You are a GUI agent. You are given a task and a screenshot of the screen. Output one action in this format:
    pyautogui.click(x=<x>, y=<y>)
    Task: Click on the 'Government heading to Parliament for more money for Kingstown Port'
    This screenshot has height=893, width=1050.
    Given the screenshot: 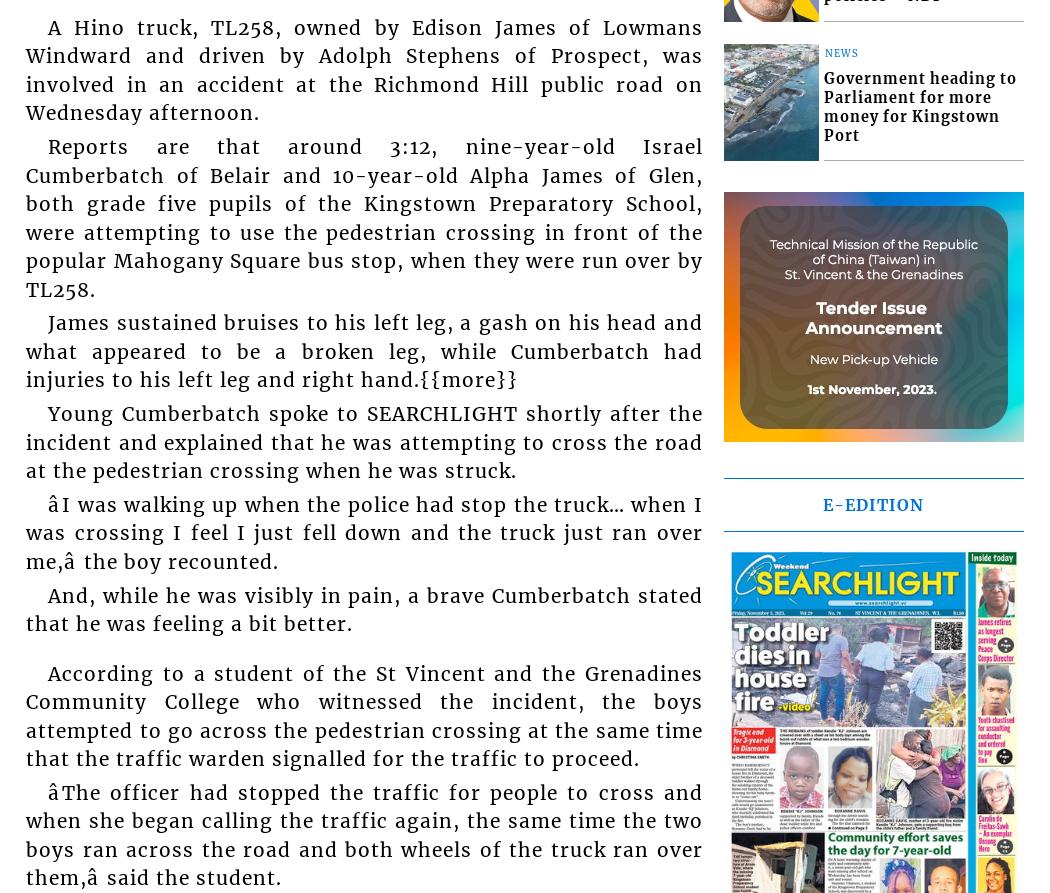 What is the action you would take?
    pyautogui.click(x=821, y=106)
    